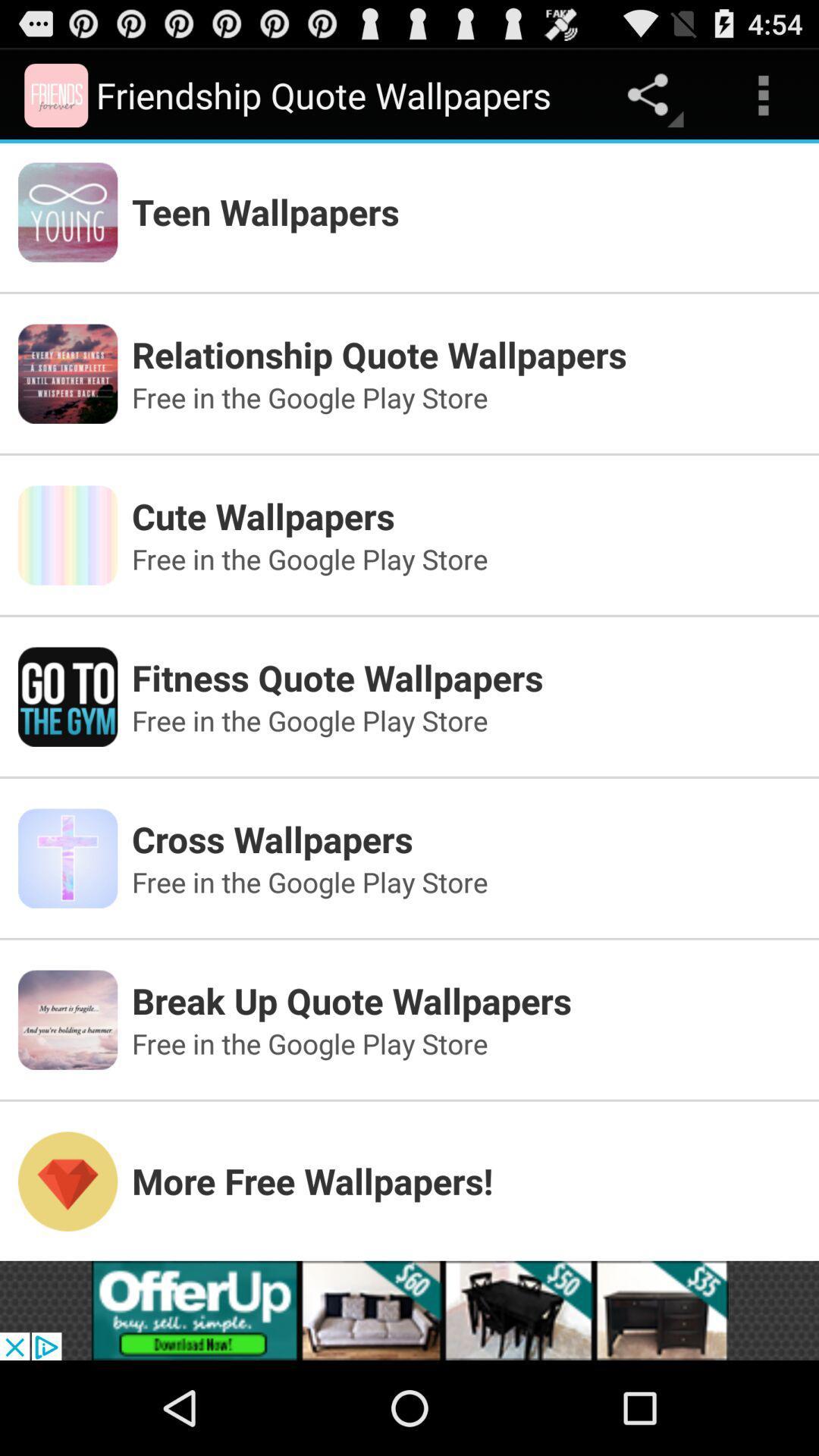 Image resolution: width=819 pixels, height=1456 pixels. I want to click on the option, so click(409, 1310).